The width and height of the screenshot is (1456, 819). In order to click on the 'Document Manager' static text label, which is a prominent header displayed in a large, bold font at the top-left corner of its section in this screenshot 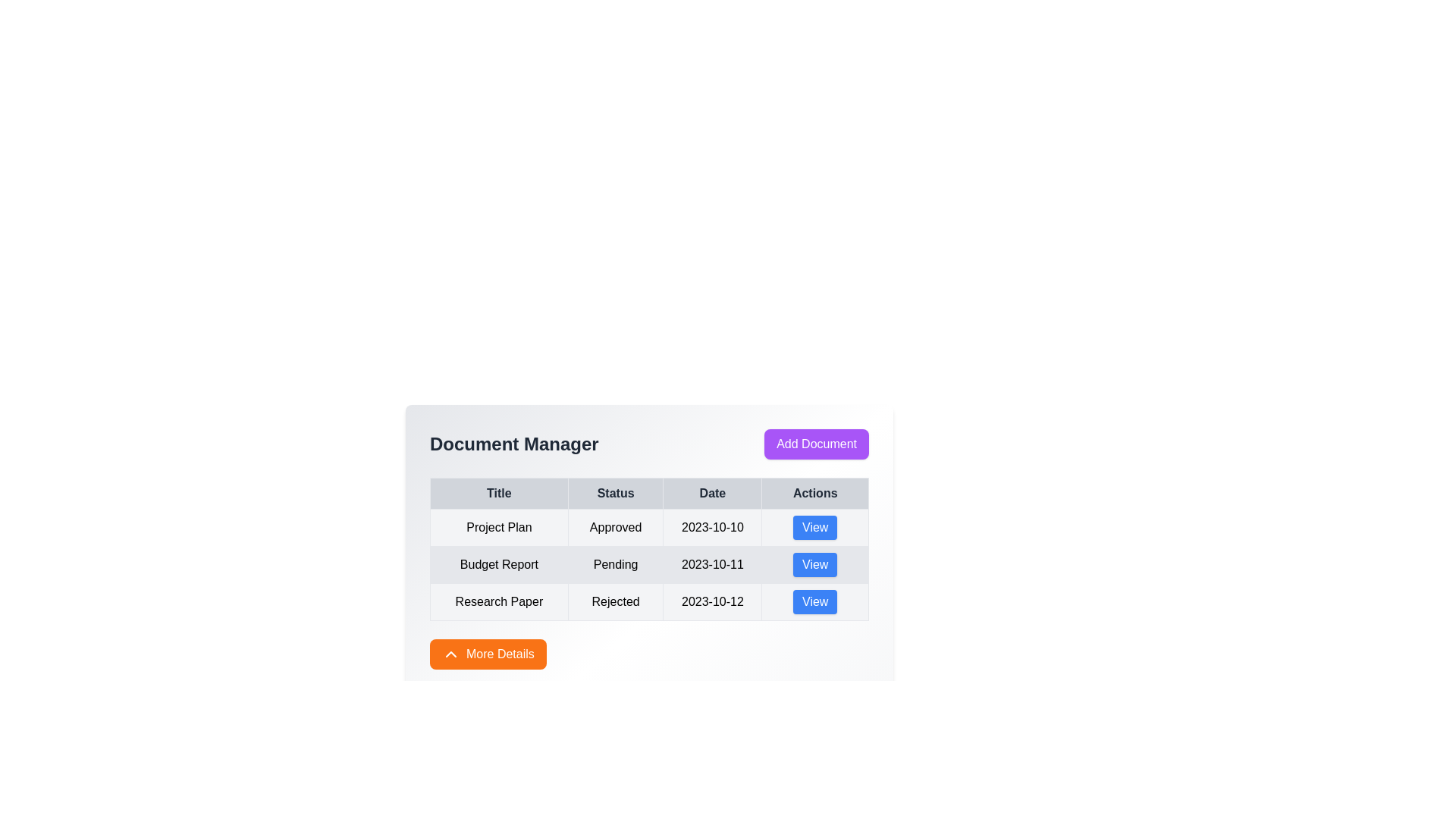, I will do `click(514, 444)`.